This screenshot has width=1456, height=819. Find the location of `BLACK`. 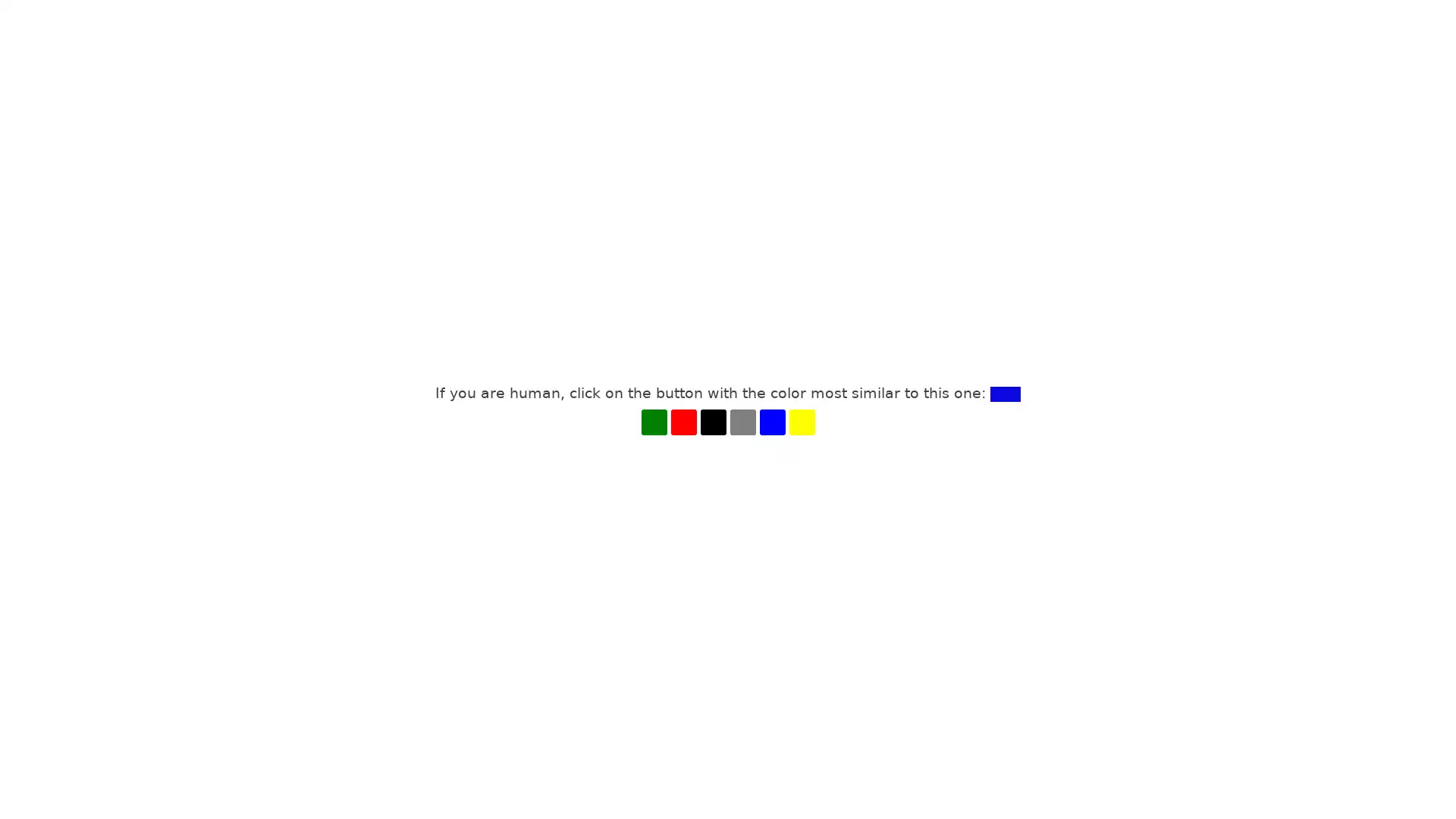

BLACK is located at coordinates (712, 421).